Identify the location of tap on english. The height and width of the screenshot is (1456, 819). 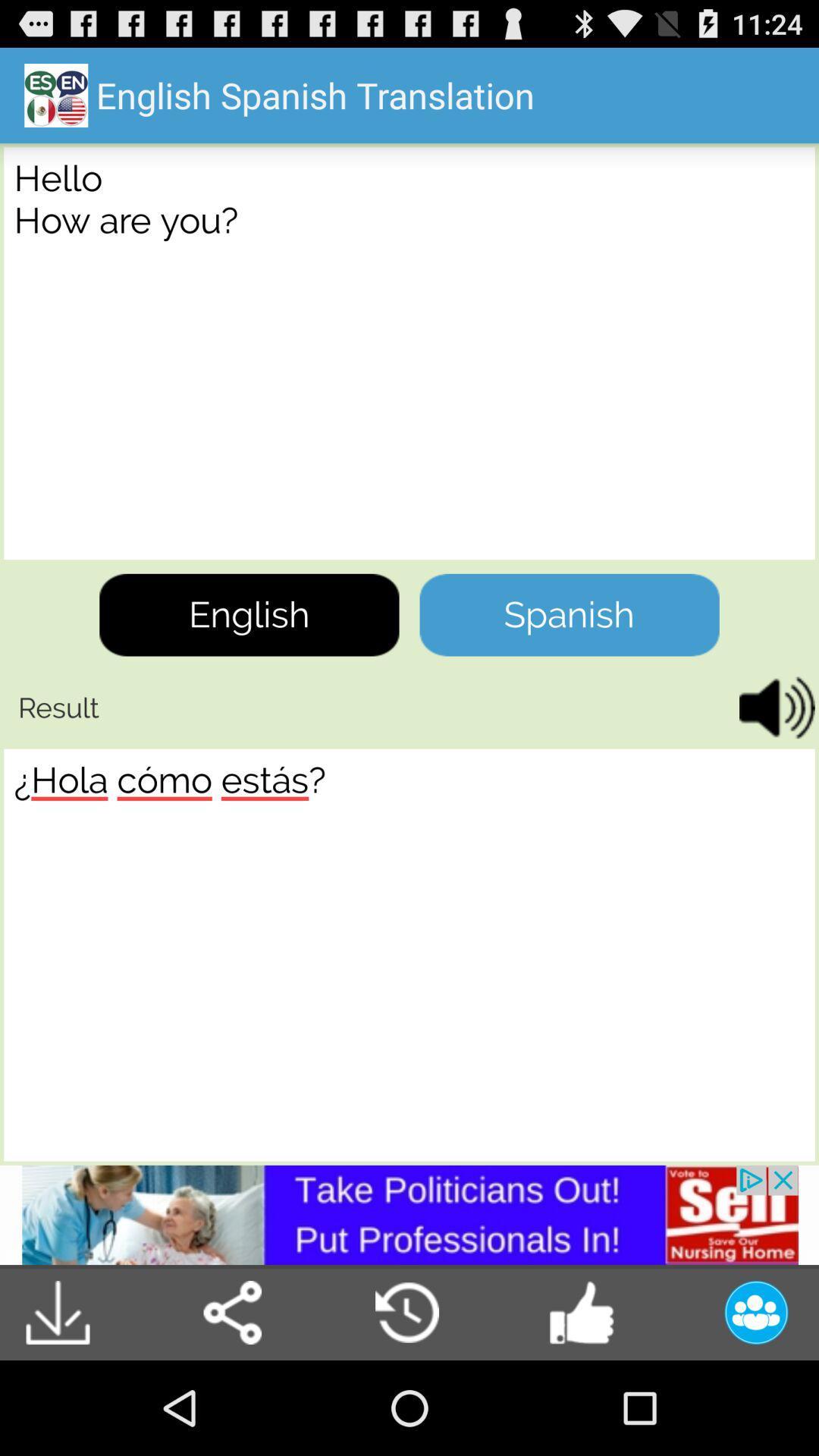
(248, 615).